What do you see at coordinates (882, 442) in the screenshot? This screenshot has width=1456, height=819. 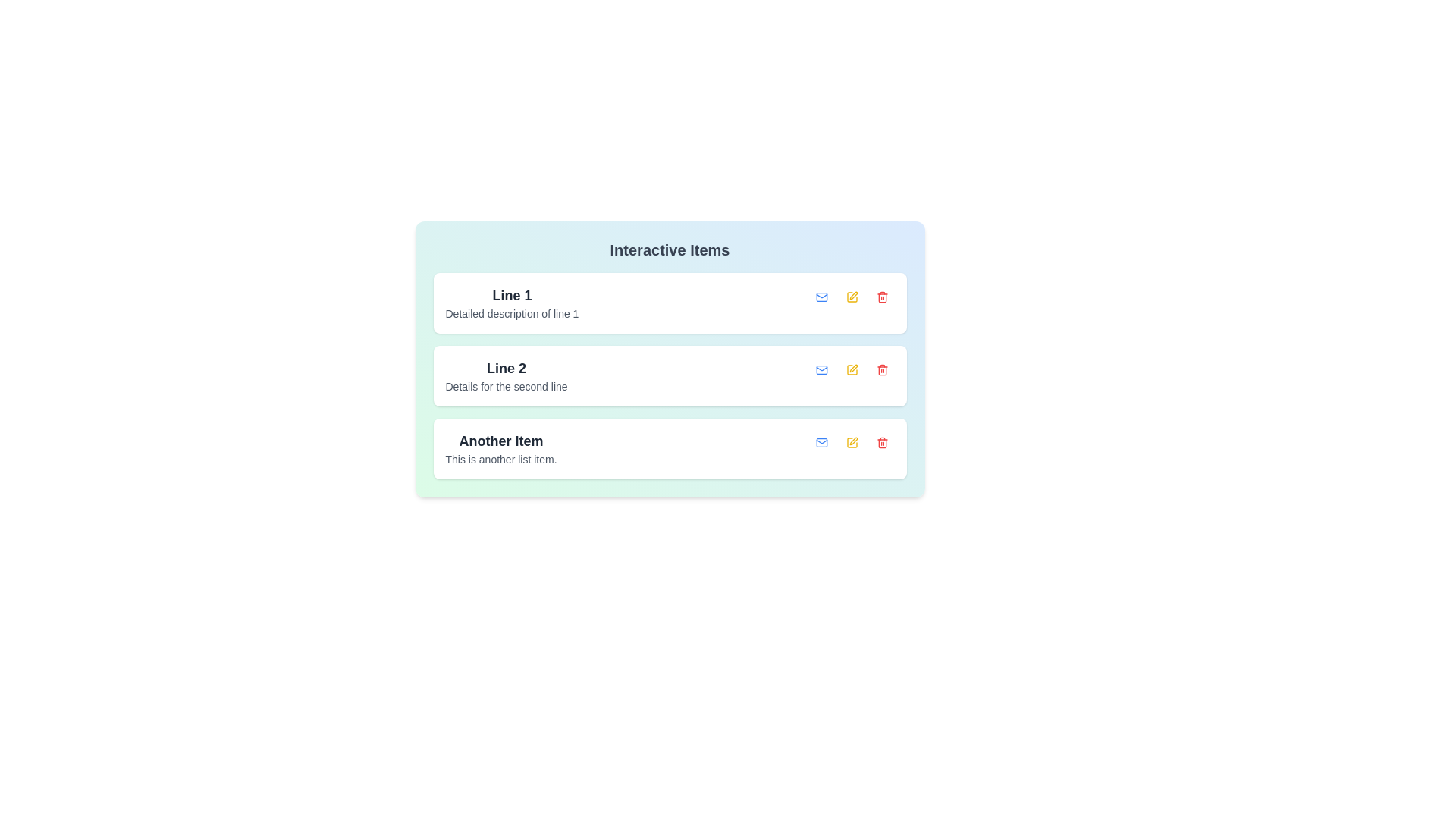 I see `delete button for the item with the title Another Item` at bounding box center [882, 442].